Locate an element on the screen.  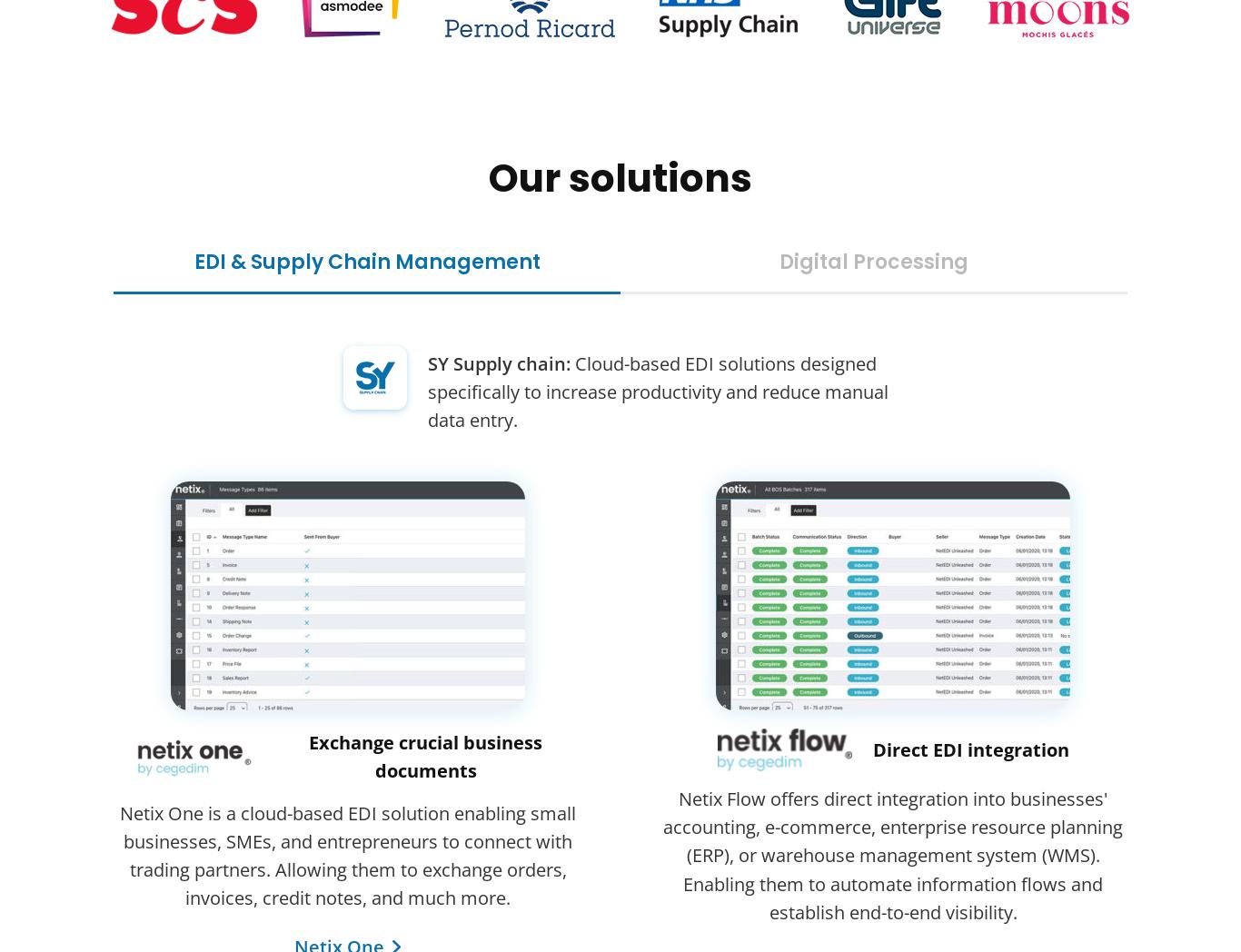
'What is EDI?' is located at coordinates (169, 620).